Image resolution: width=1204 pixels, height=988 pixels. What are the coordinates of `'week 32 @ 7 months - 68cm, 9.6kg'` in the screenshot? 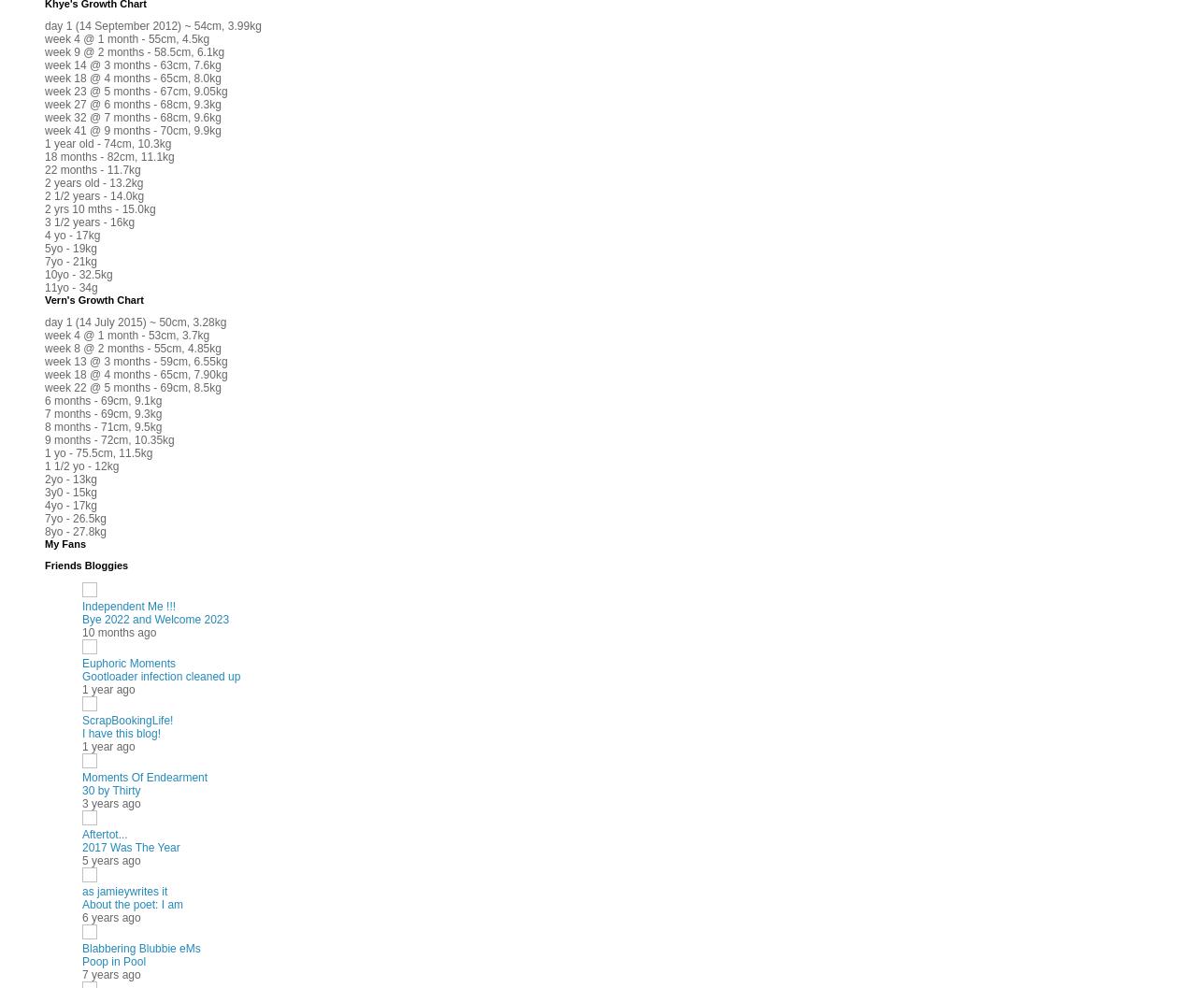 It's located at (132, 116).